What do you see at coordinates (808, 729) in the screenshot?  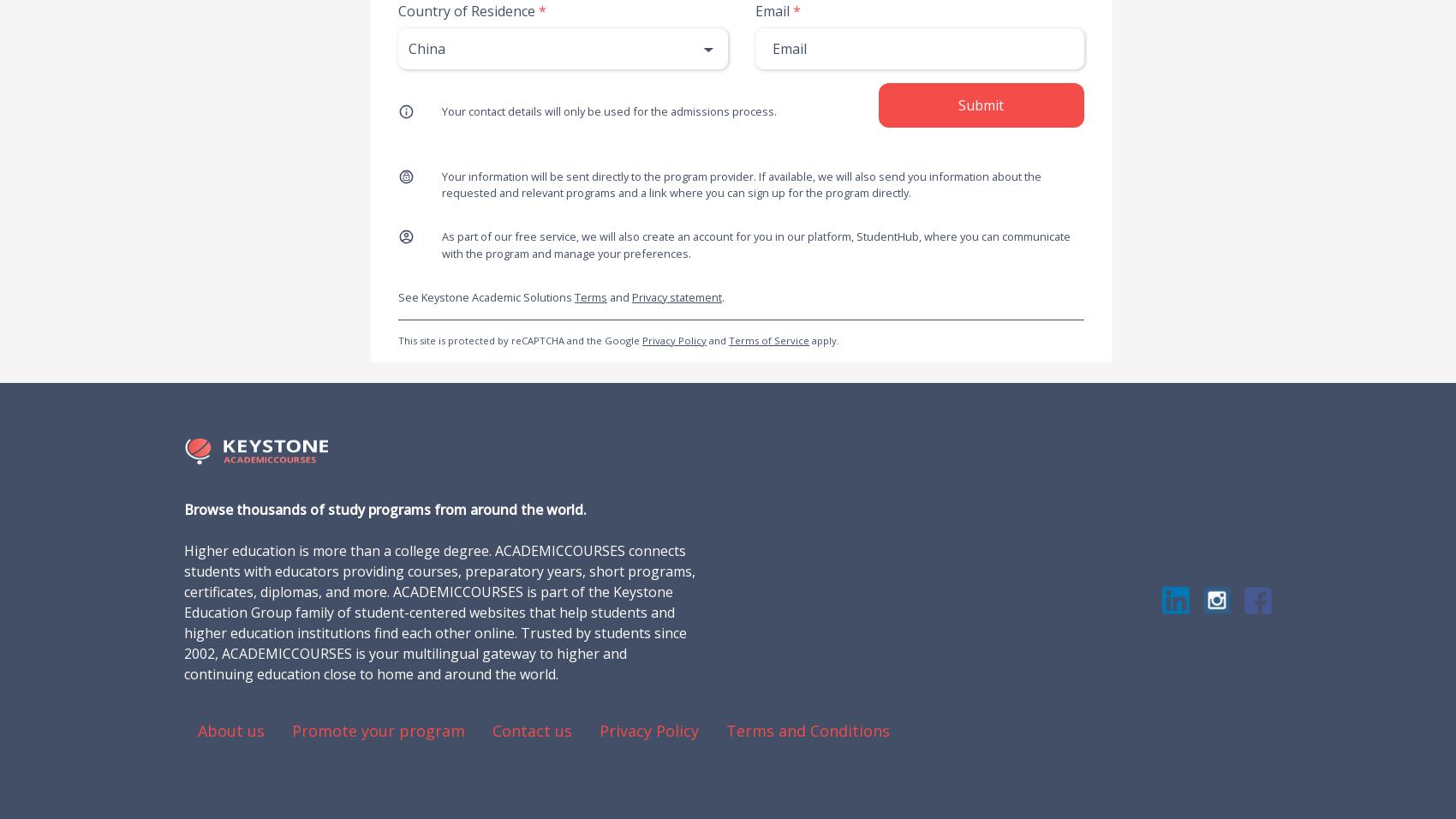 I see `'Terms and Conditions'` at bounding box center [808, 729].